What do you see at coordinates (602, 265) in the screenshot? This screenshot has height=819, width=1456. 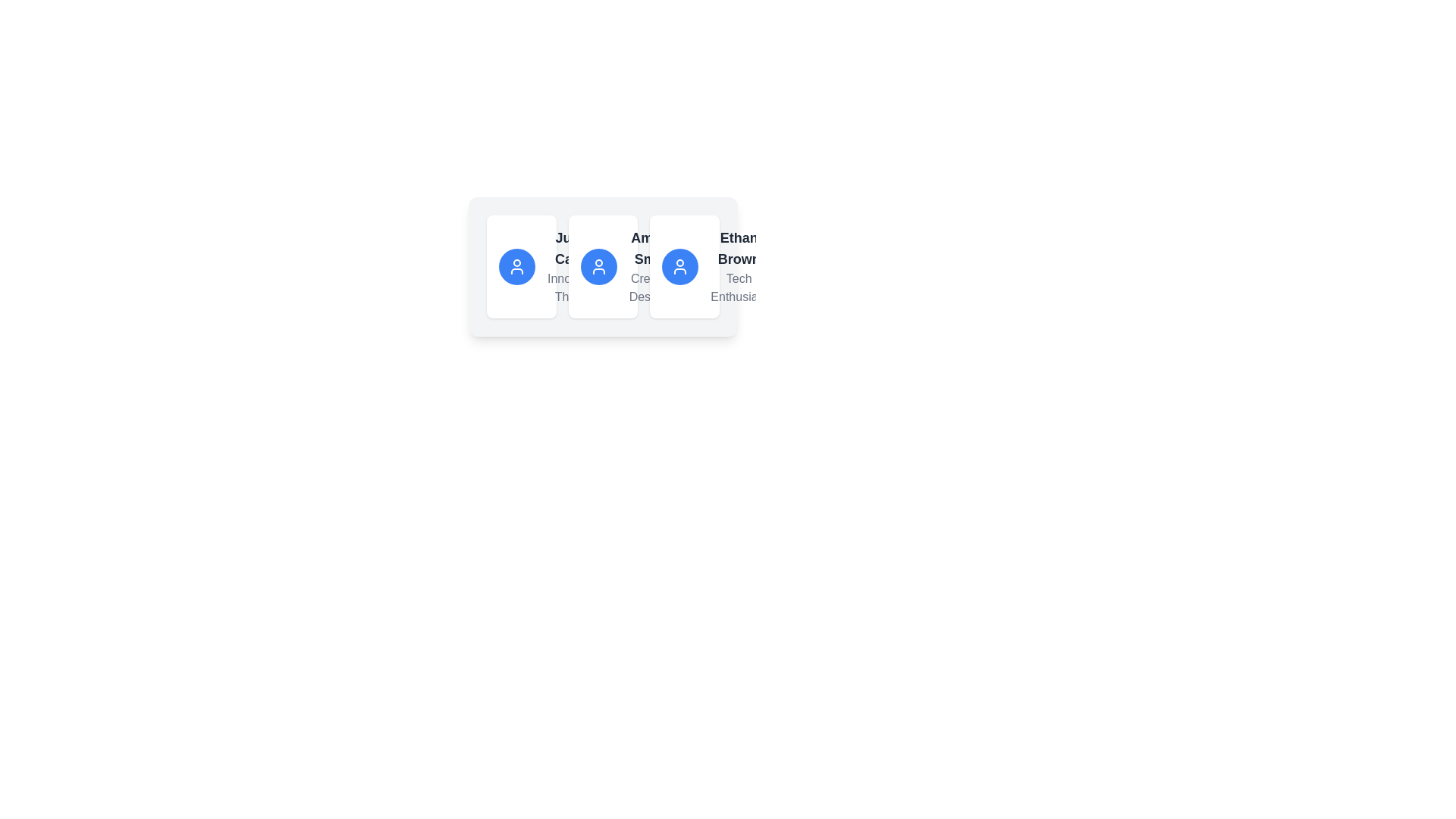 I see `the details of the Profile Card displaying 'Amelia Smith' and 'Creative Designer', which is the second card in a grid layout` at bounding box center [602, 265].